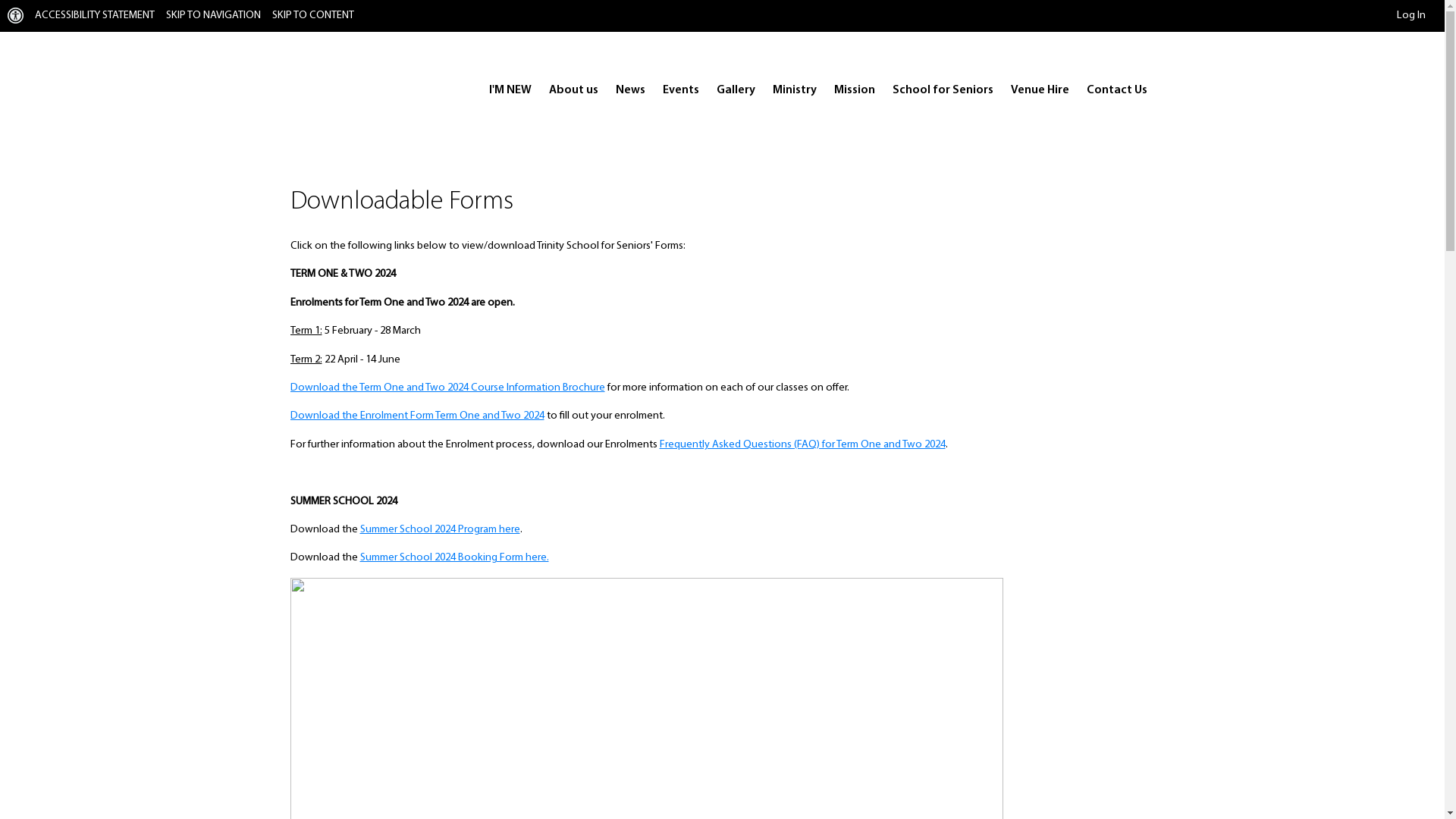 The width and height of the screenshot is (1456, 819). I want to click on 'SKIP TO NAVIGATION', so click(166, 15).